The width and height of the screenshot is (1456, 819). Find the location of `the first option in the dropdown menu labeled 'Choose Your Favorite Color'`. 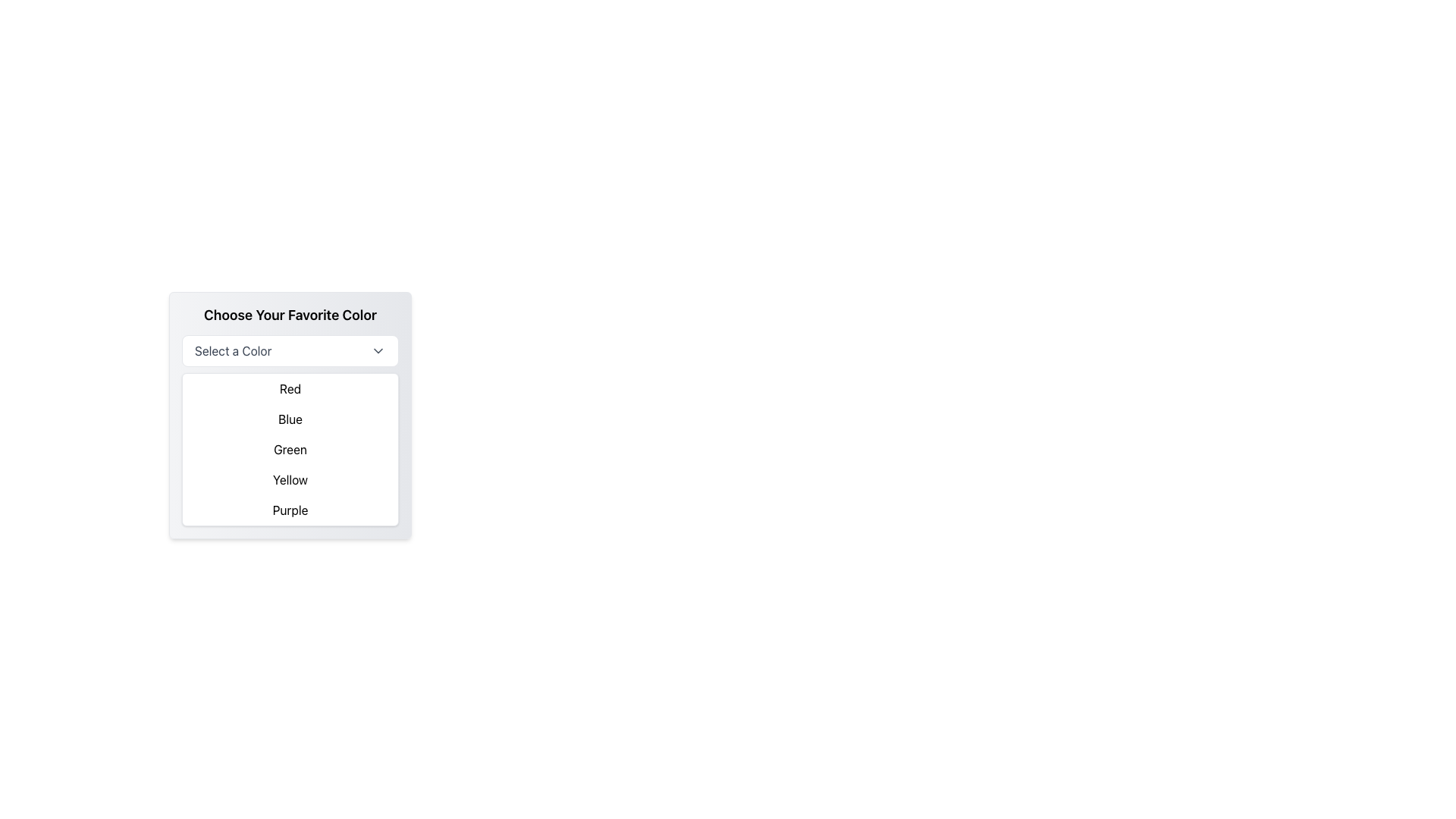

the first option in the dropdown menu labeled 'Choose Your Favorite Color' is located at coordinates (290, 388).